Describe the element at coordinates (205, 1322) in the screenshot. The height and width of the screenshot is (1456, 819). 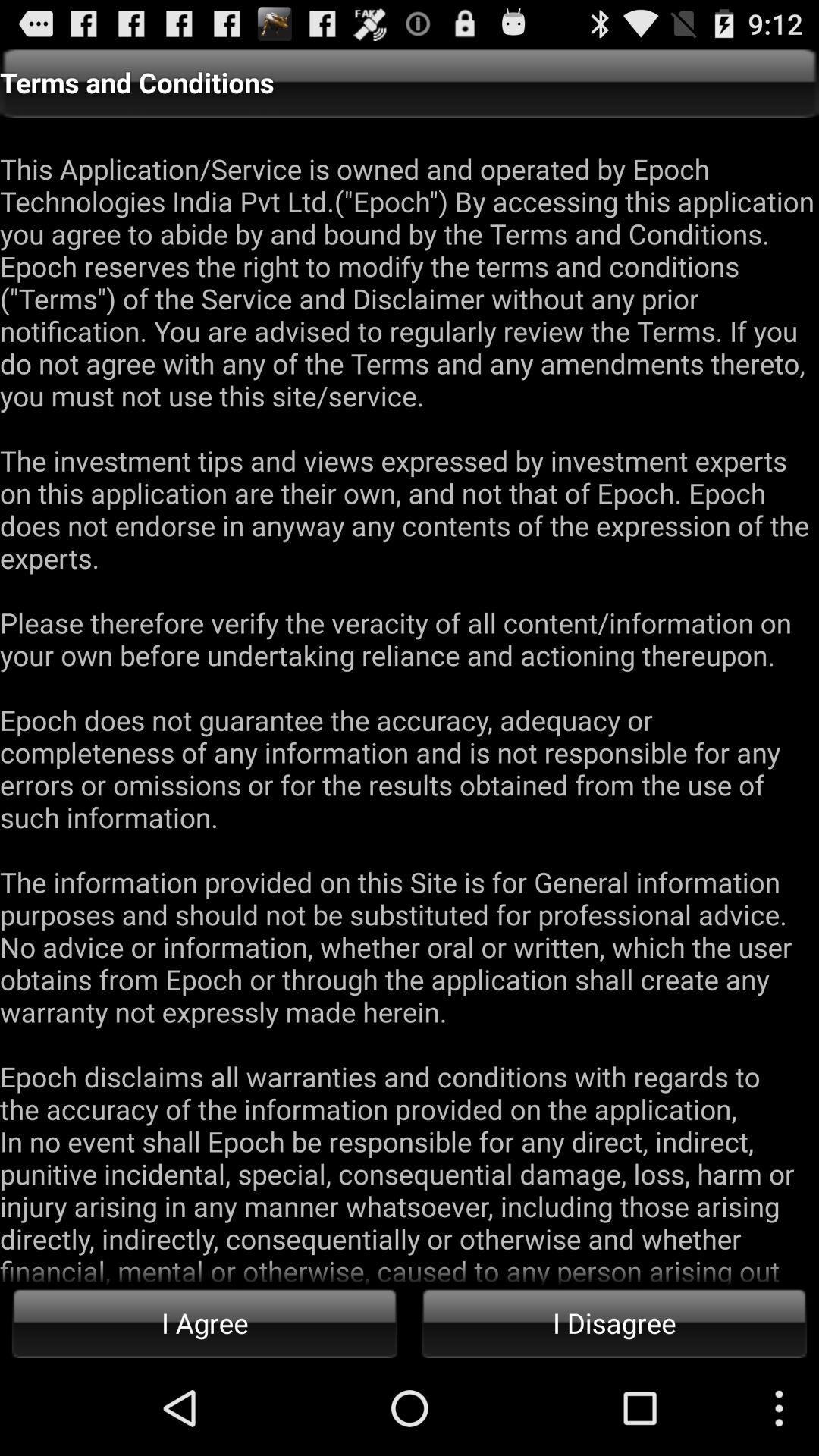
I see `button next to the  i disagree` at that location.